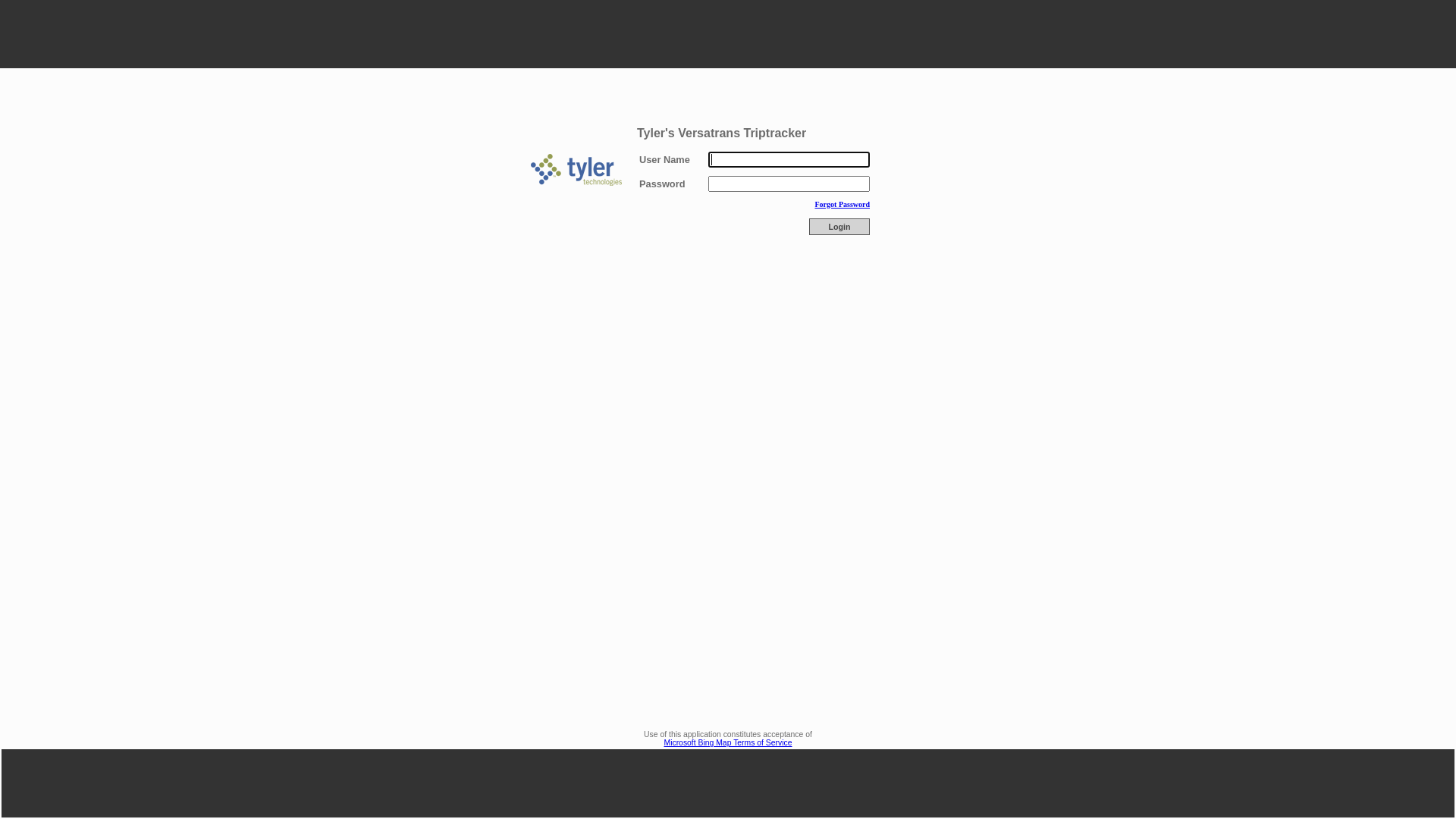 The image size is (1456, 819). I want to click on 'Login', so click(808, 227).